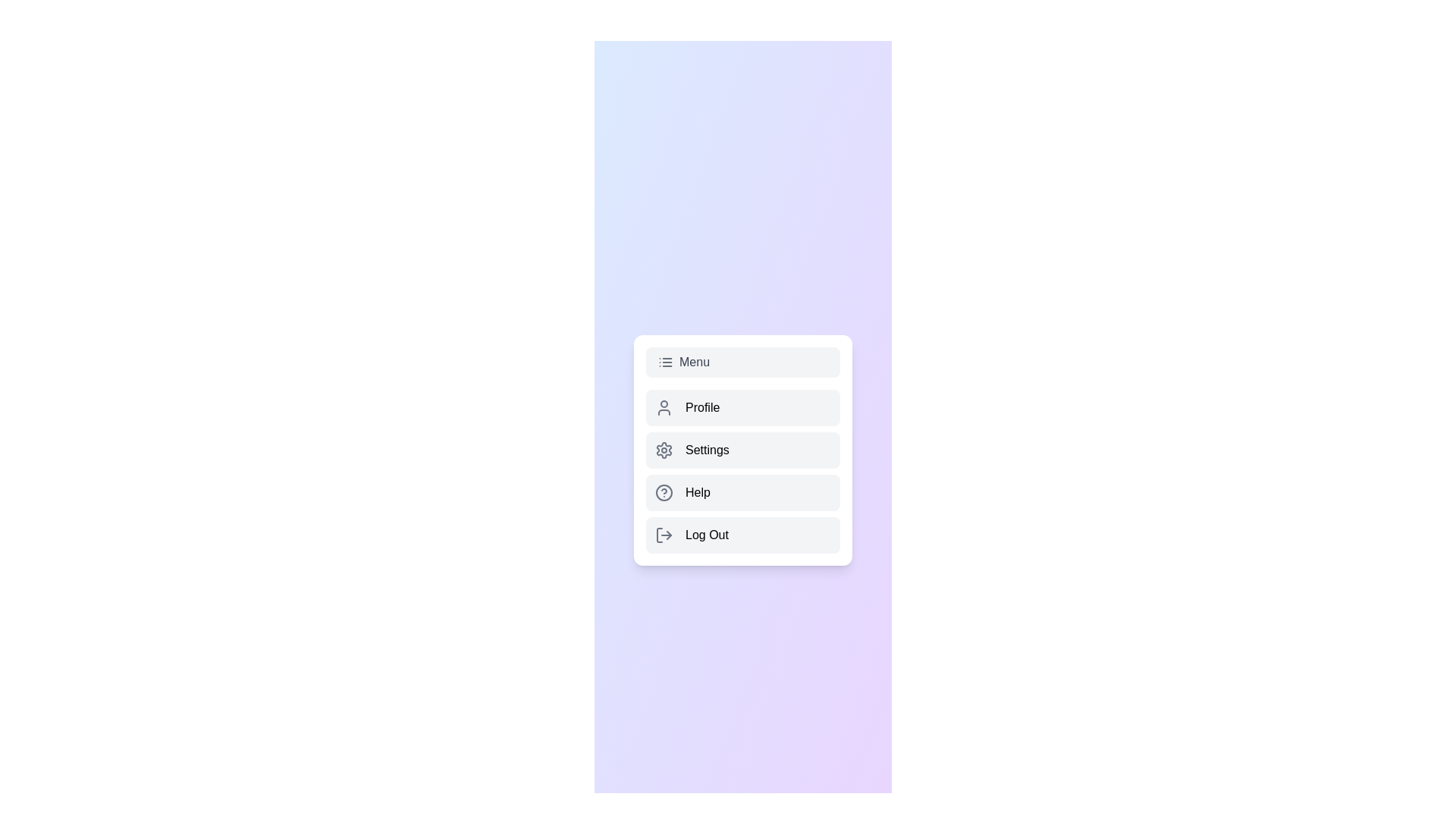 The height and width of the screenshot is (819, 1456). What do you see at coordinates (742, 406) in the screenshot?
I see `the 'Profile' button in the menu` at bounding box center [742, 406].